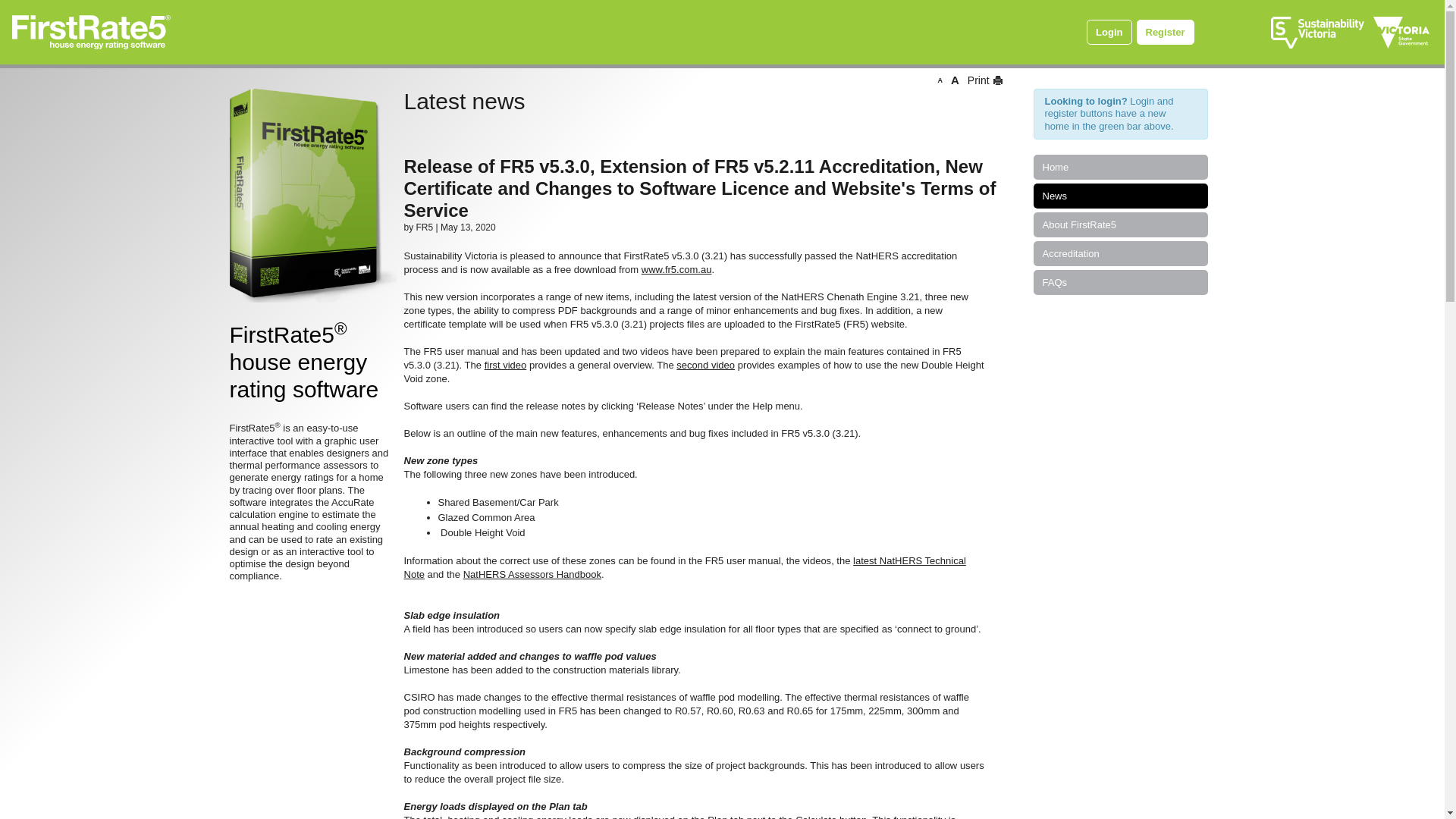  What do you see at coordinates (1109, 32) in the screenshot?
I see `'Login'` at bounding box center [1109, 32].